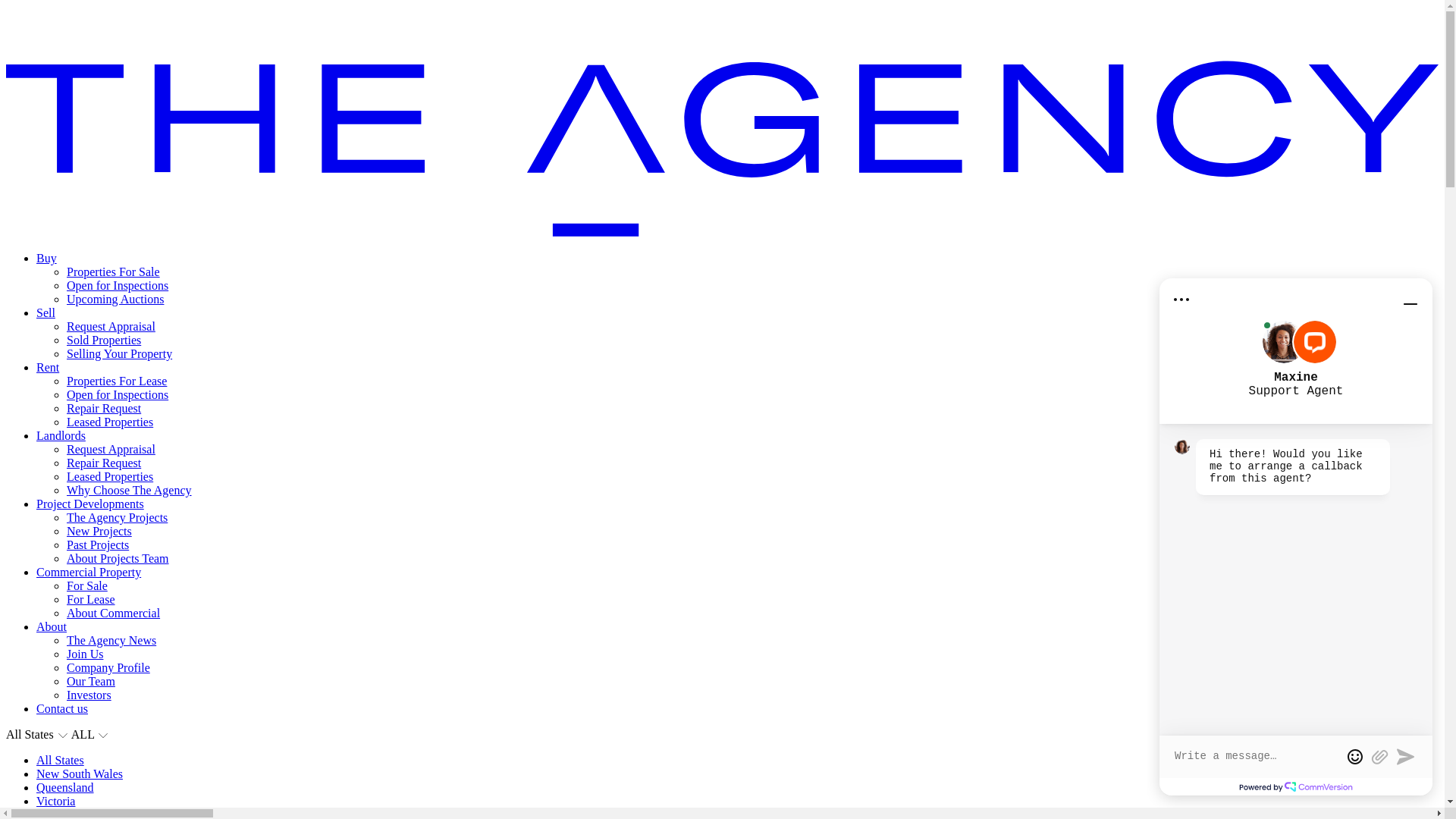 The image size is (1456, 819). What do you see at coordinates (129, 490) in the screenshot?
I see `'Why Choose The Agency'` at bounding box center [129, 490].